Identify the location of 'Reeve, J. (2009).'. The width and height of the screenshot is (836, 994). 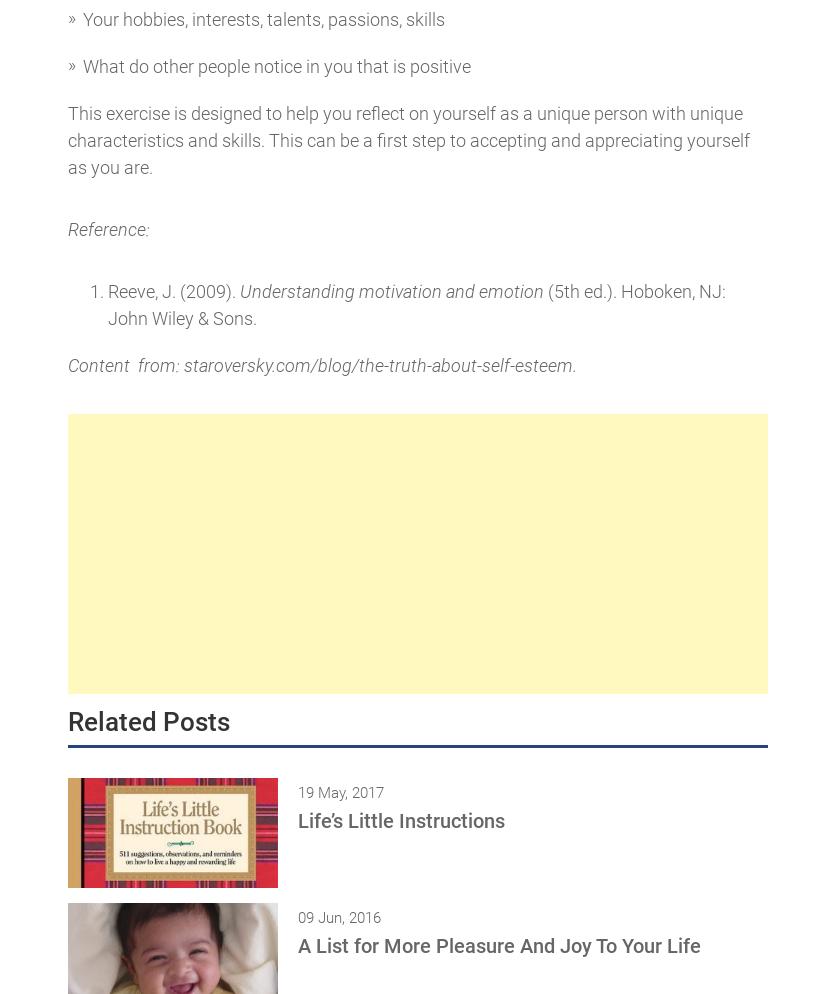
(107, 291).